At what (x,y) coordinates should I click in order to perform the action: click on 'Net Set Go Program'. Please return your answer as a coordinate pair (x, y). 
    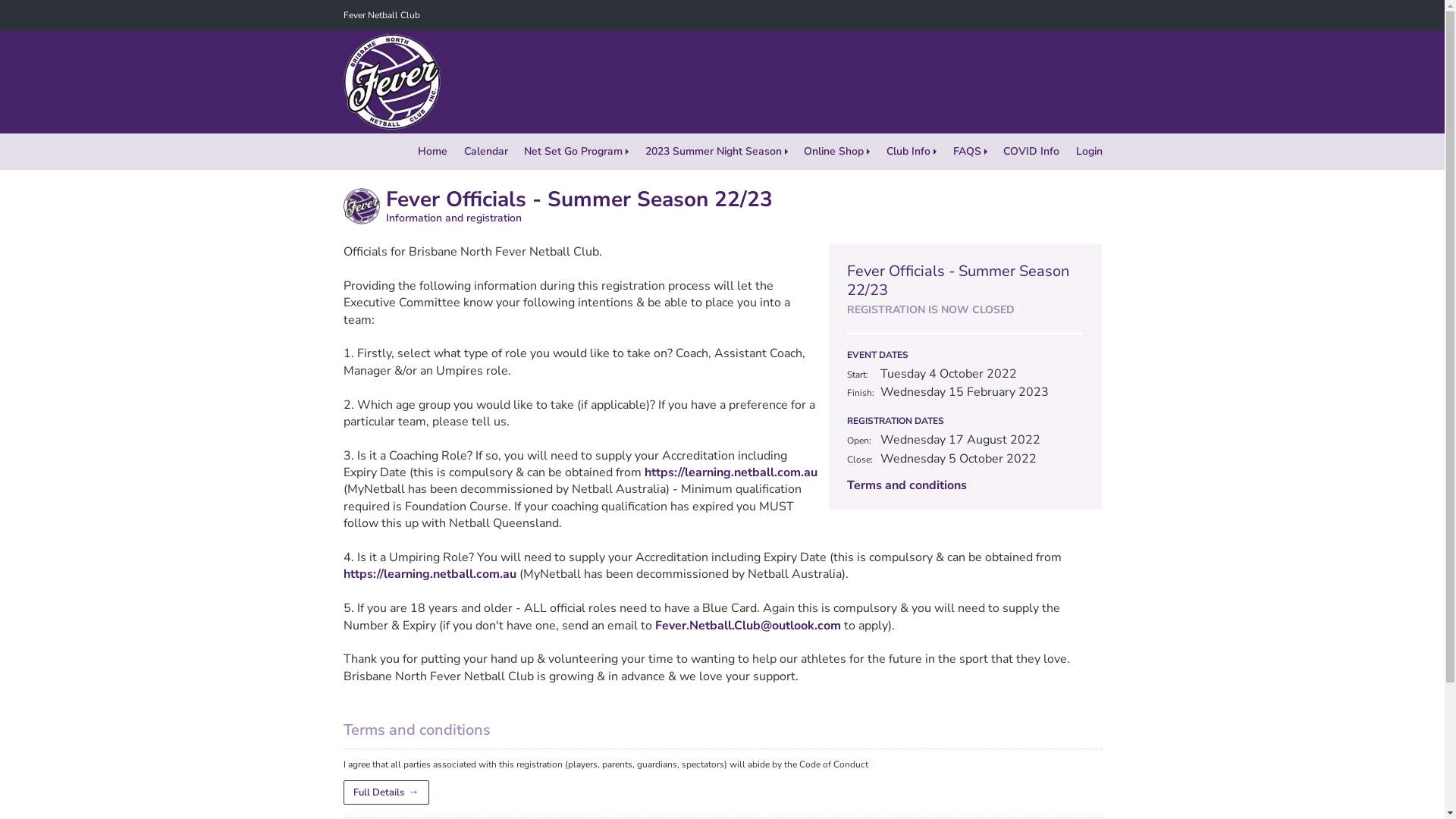
    Looking at the image, I should click on (575, 152).